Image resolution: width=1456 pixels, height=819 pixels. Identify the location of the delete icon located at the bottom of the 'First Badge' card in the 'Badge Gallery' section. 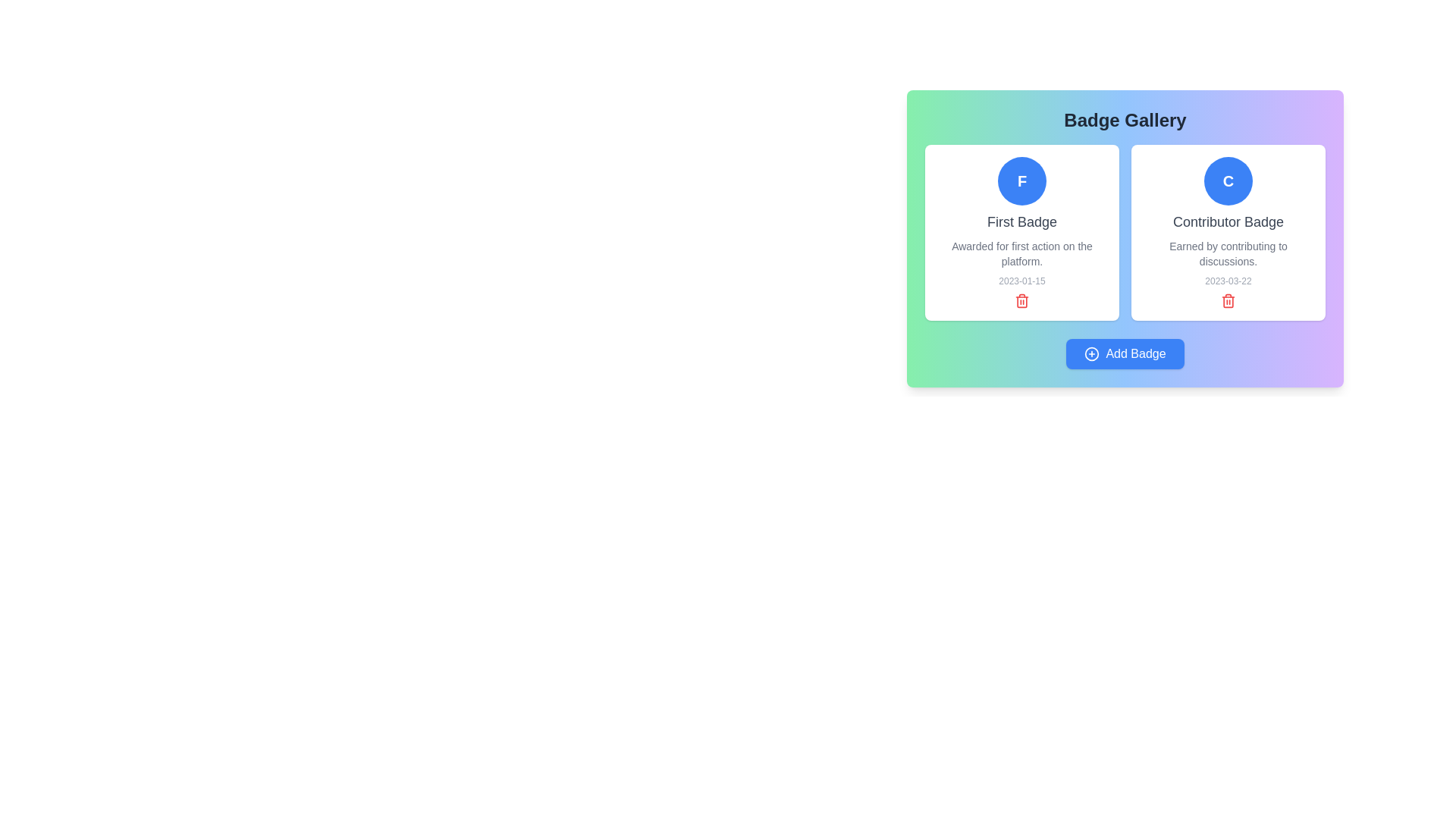
(1022, 301).